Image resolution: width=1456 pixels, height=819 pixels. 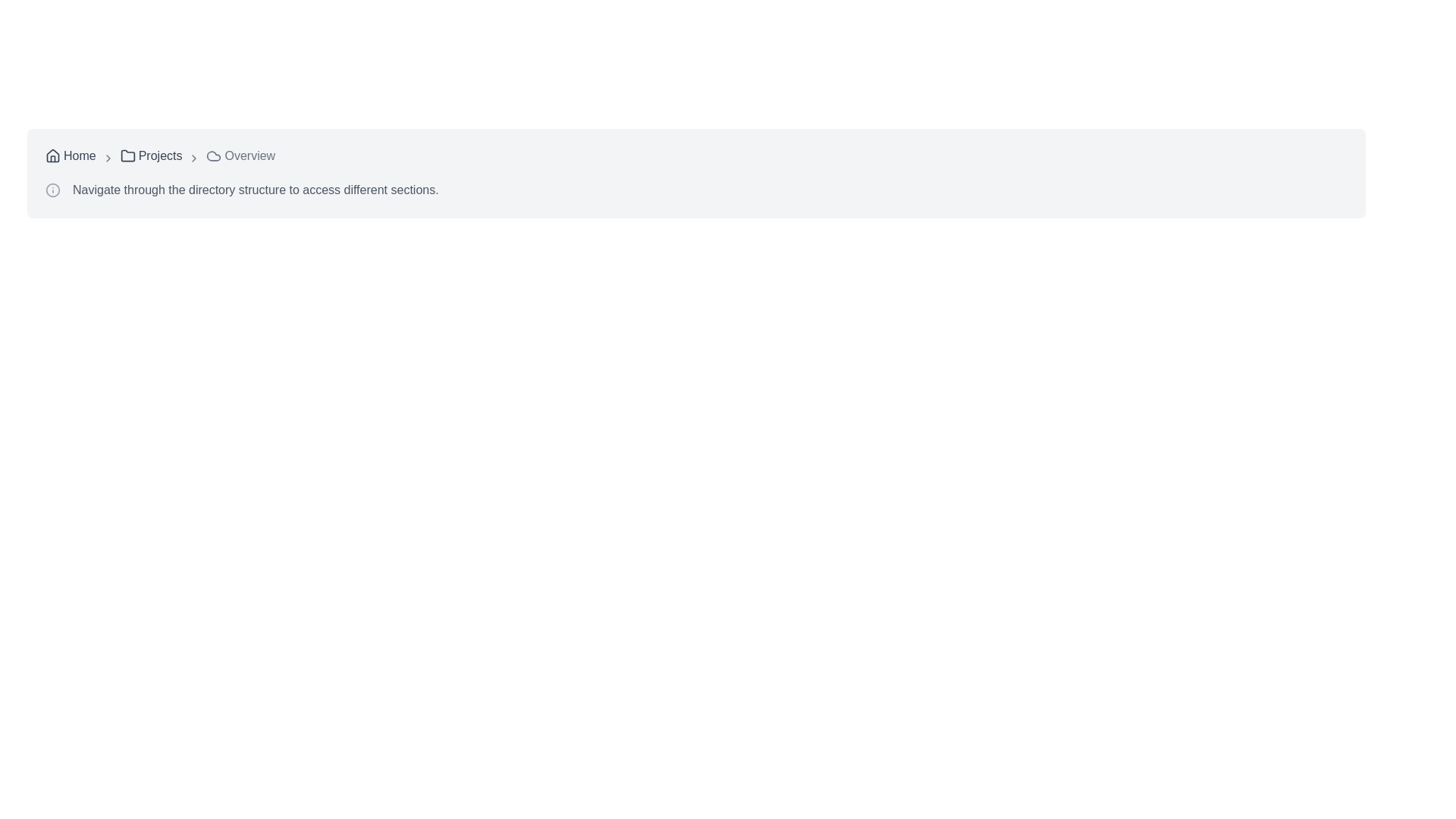 What do you see at coordinates (107, 158) in the screenshot?
I see `the second icon in the breadcrumb navigation that visually indicates hierarchy, placed between 'Home' and 'Projects'` at bounding box center [107, 158].